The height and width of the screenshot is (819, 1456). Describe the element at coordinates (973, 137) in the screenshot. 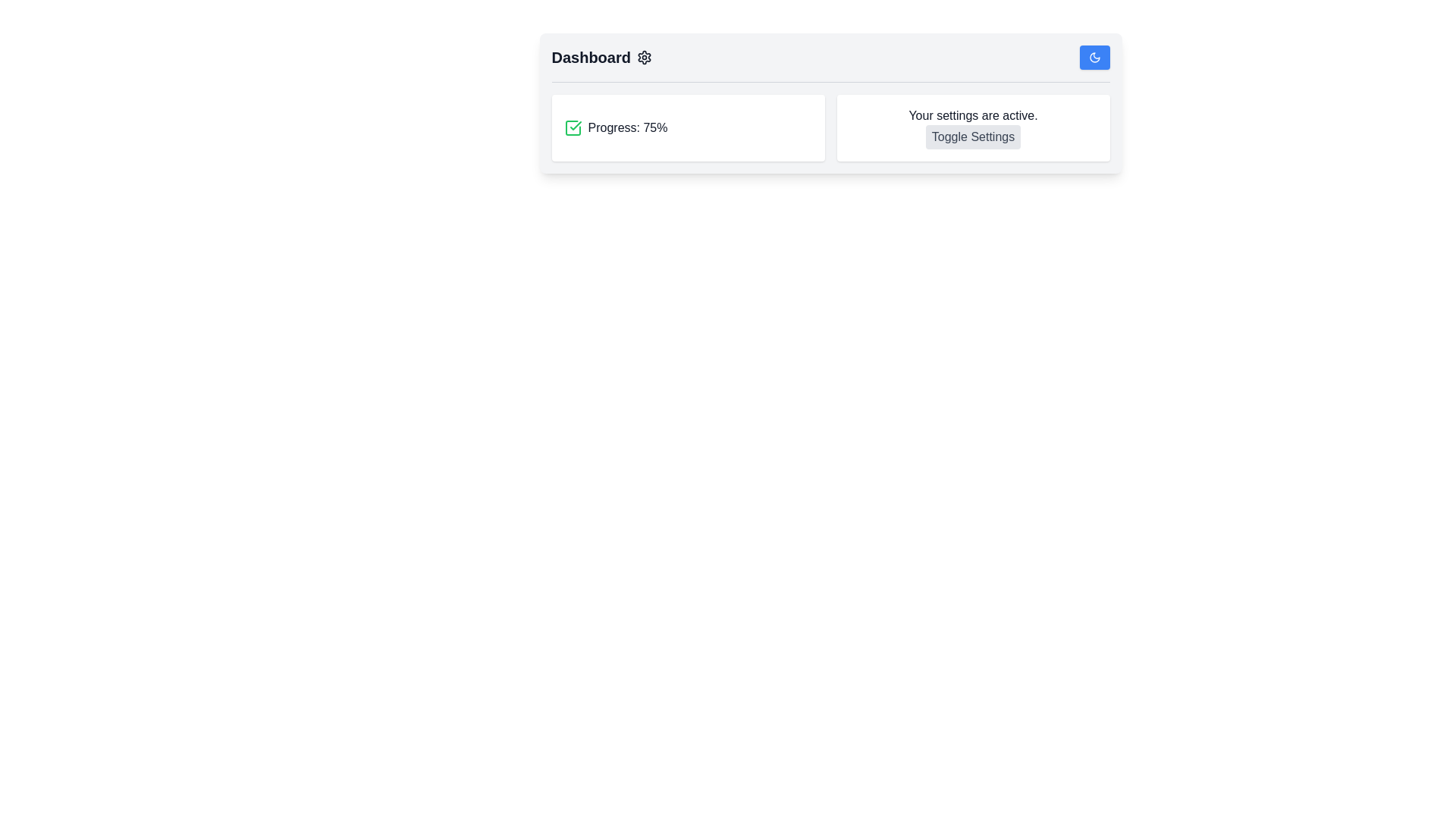

I see `the 'Toggle Settings' button located at the bottom-right of the UI panel` at that location.